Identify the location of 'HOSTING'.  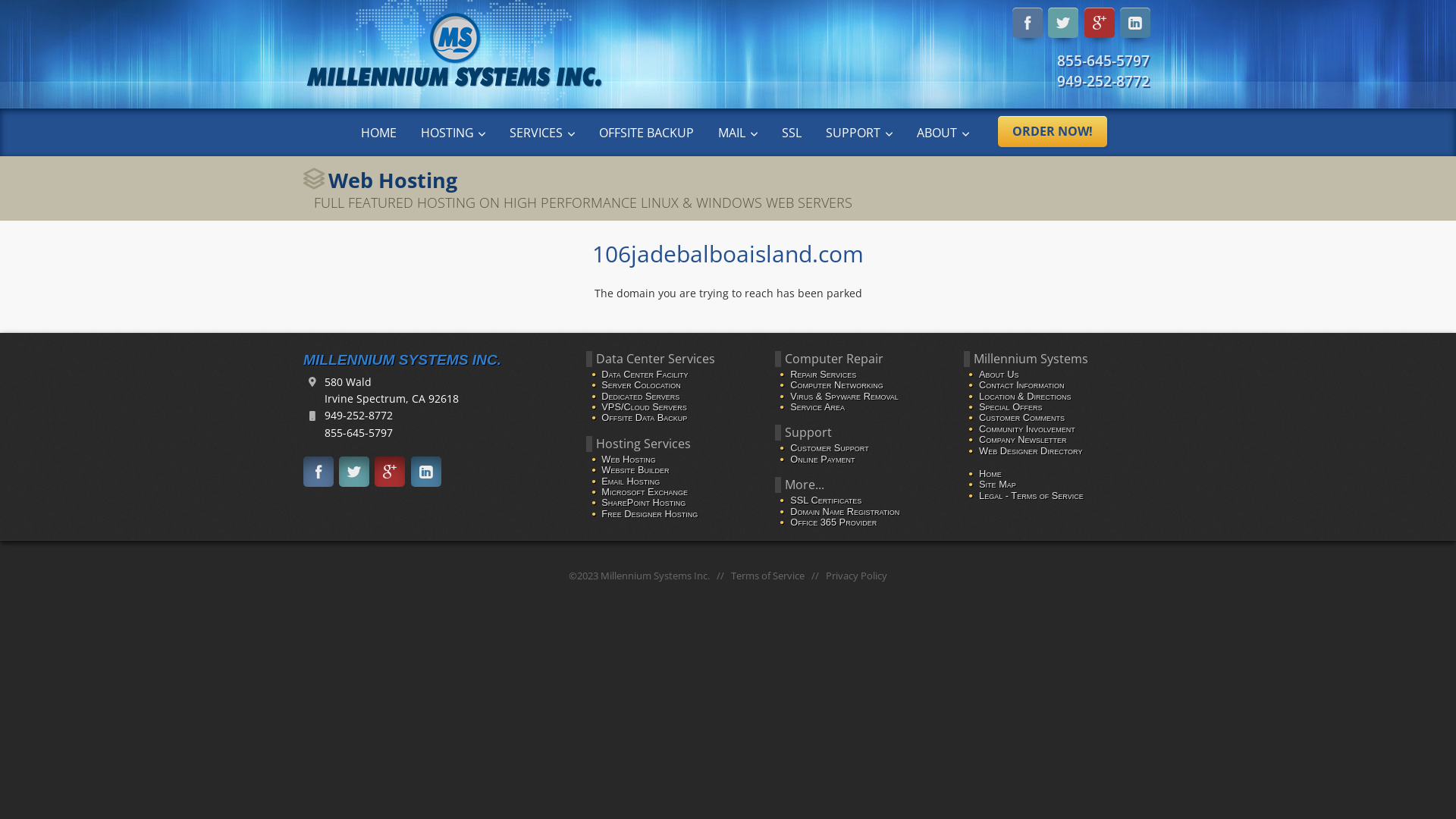
(453, 131).